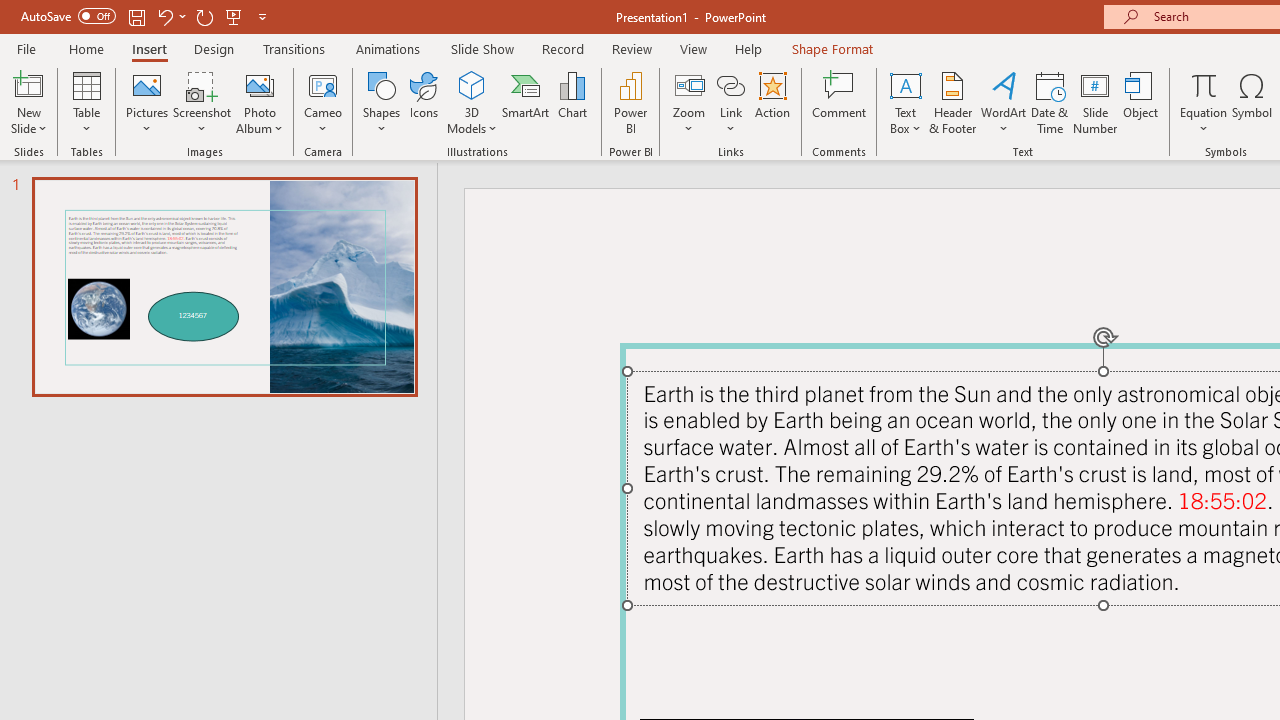 This screenshot has height=720, width=1280. What do you see at coordinates (1004, 103) in the screenshot?
I see `'WordArt'` at bounding box center [1004, 103].